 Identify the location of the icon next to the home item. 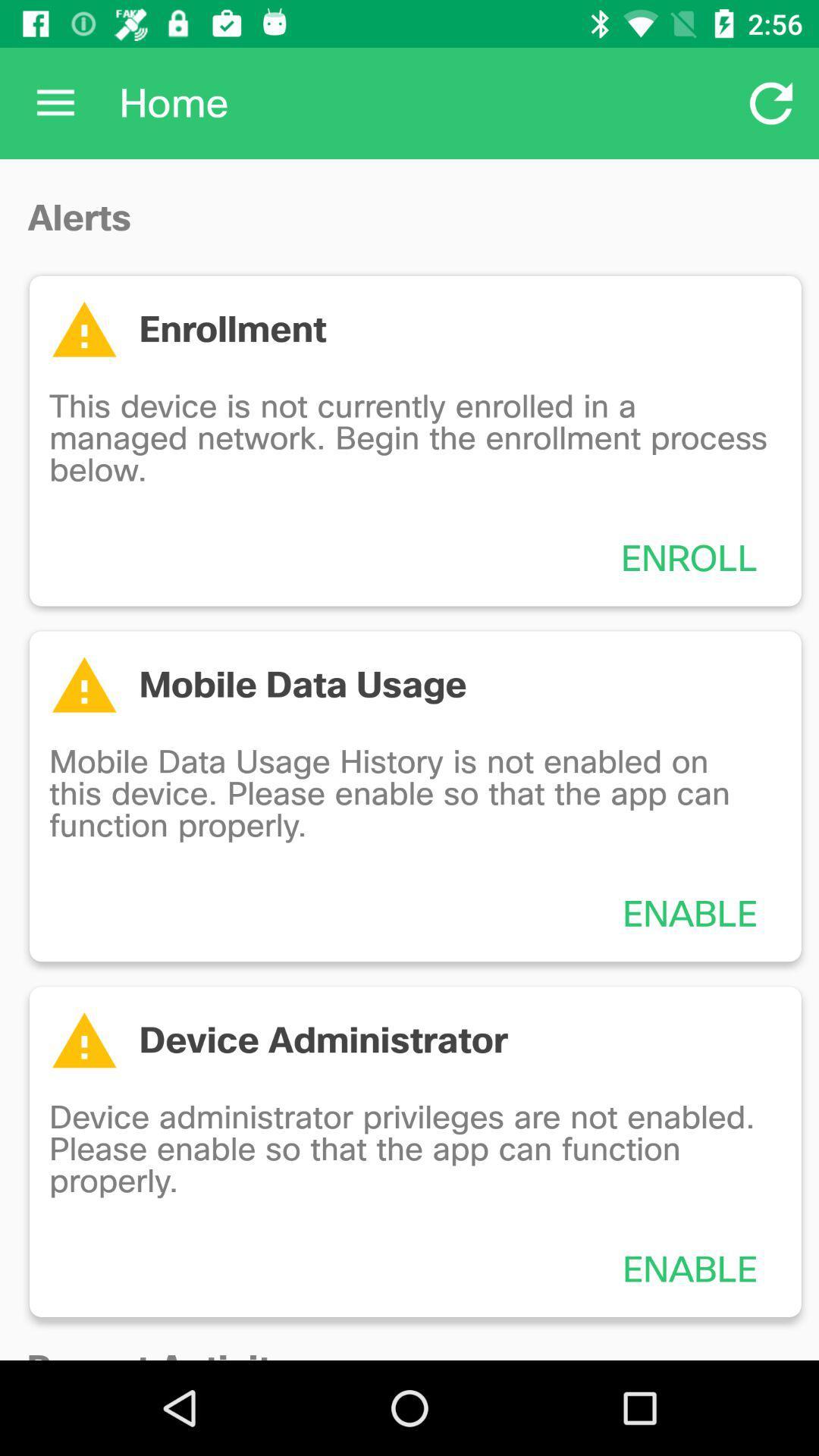
(55, 102).